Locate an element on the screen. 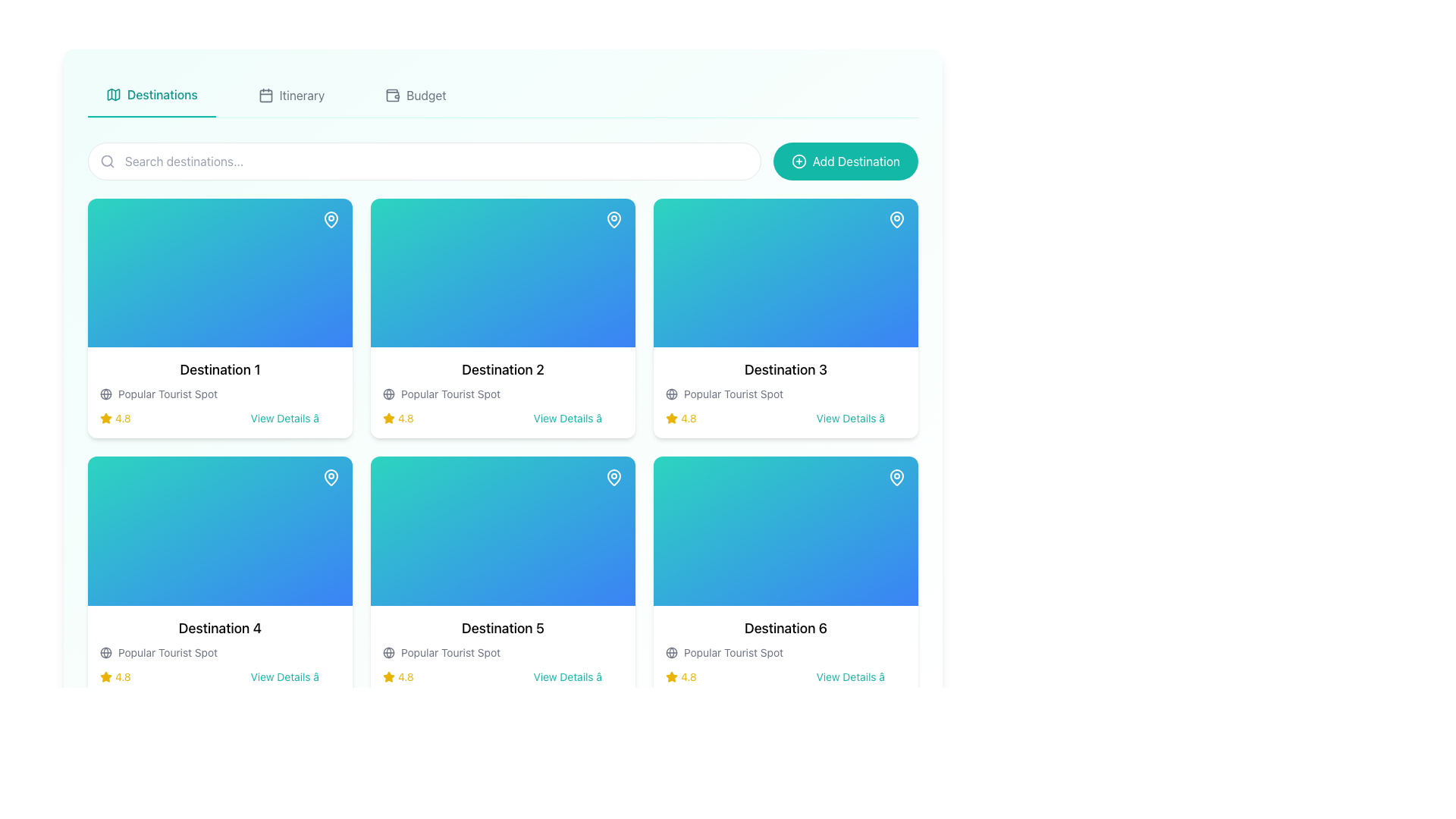  the 'View Details →' button styled in teal located in the bottom section of the card labeled 'Destination 1' is located at coordinates (295, 419).